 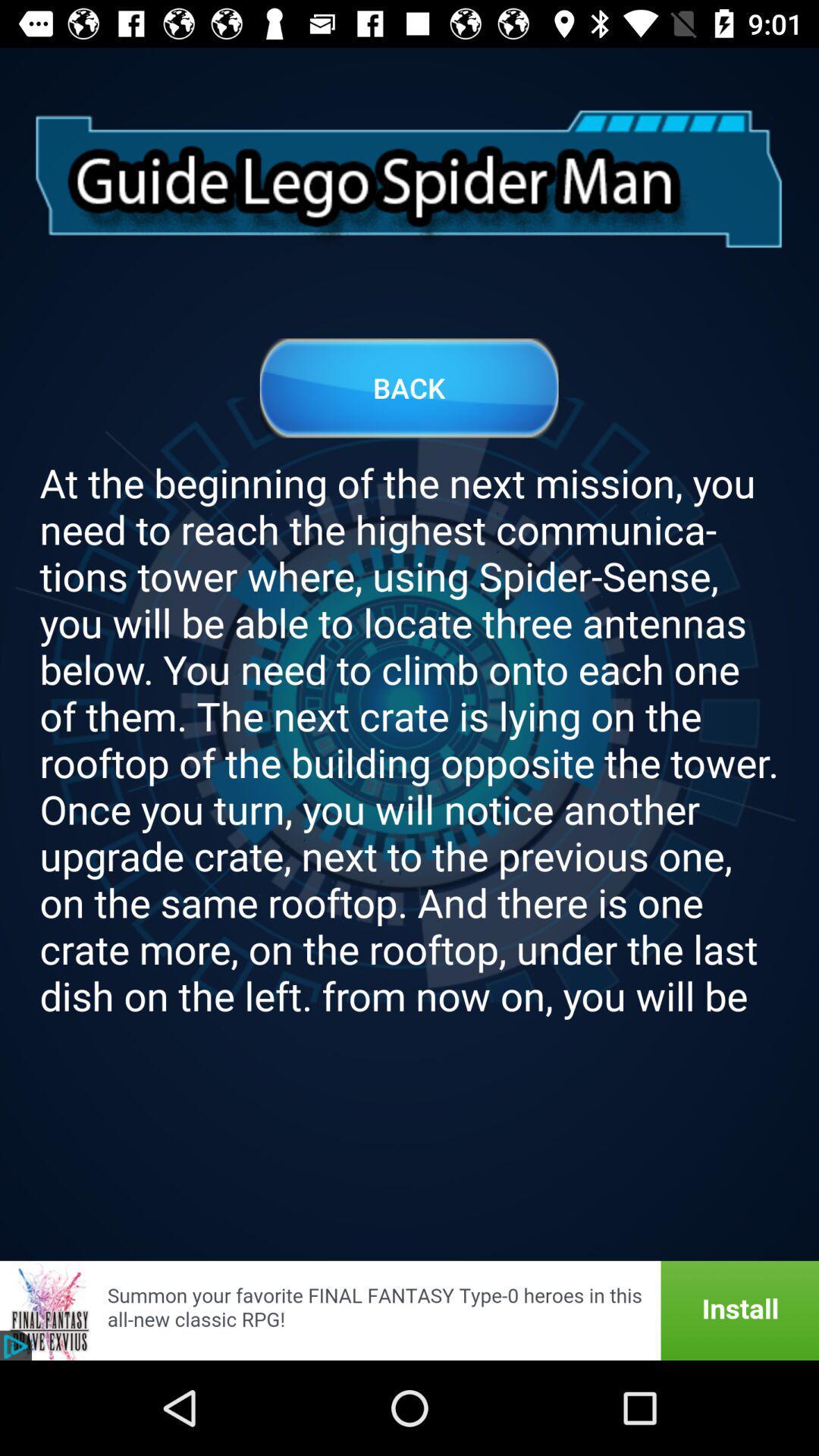 What do you see at coordinates (409, 1310) in the screenshot?
I see `install the app` at bounding box center [409, 1310].